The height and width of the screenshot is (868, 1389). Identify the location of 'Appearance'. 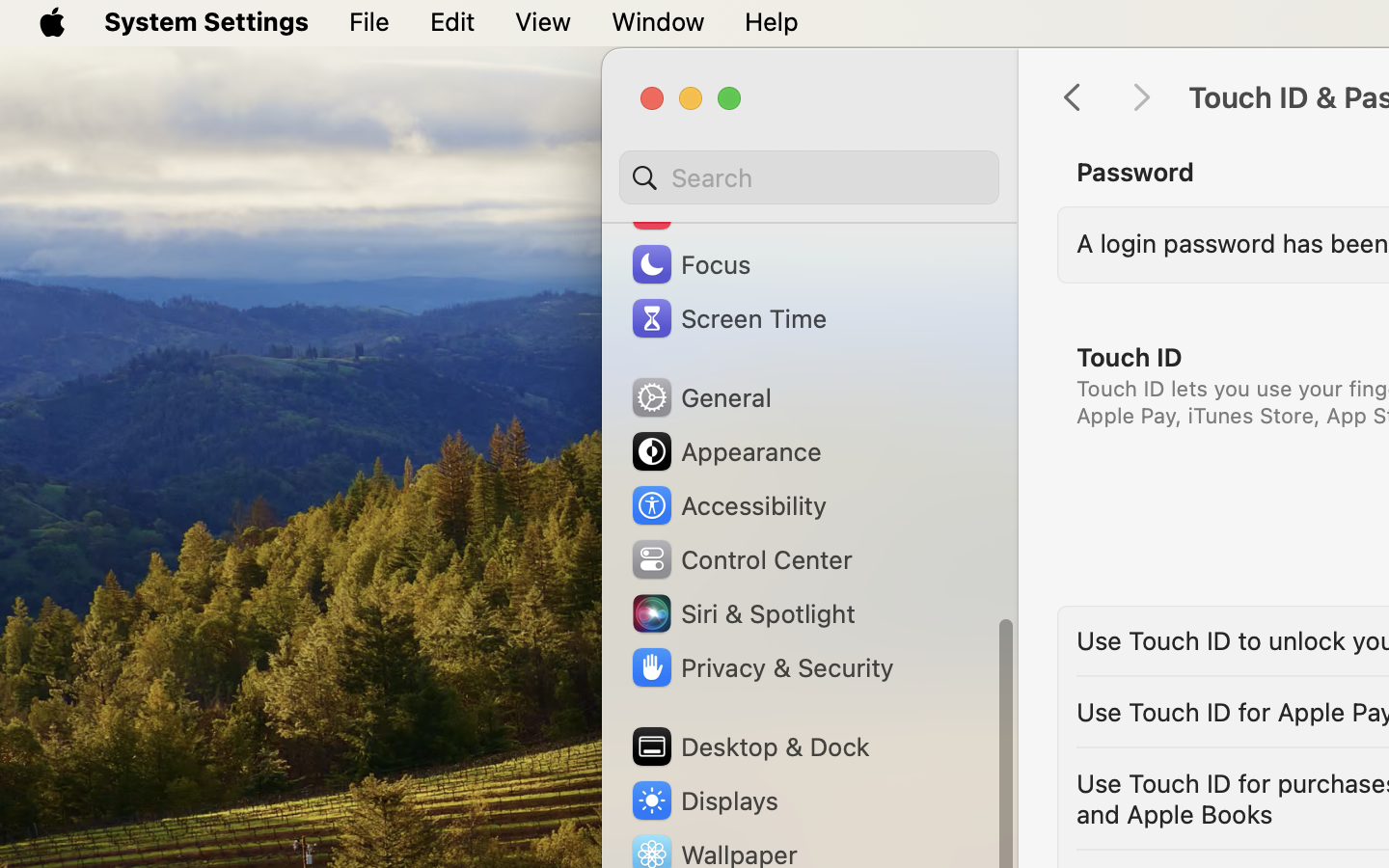
(723, 450).